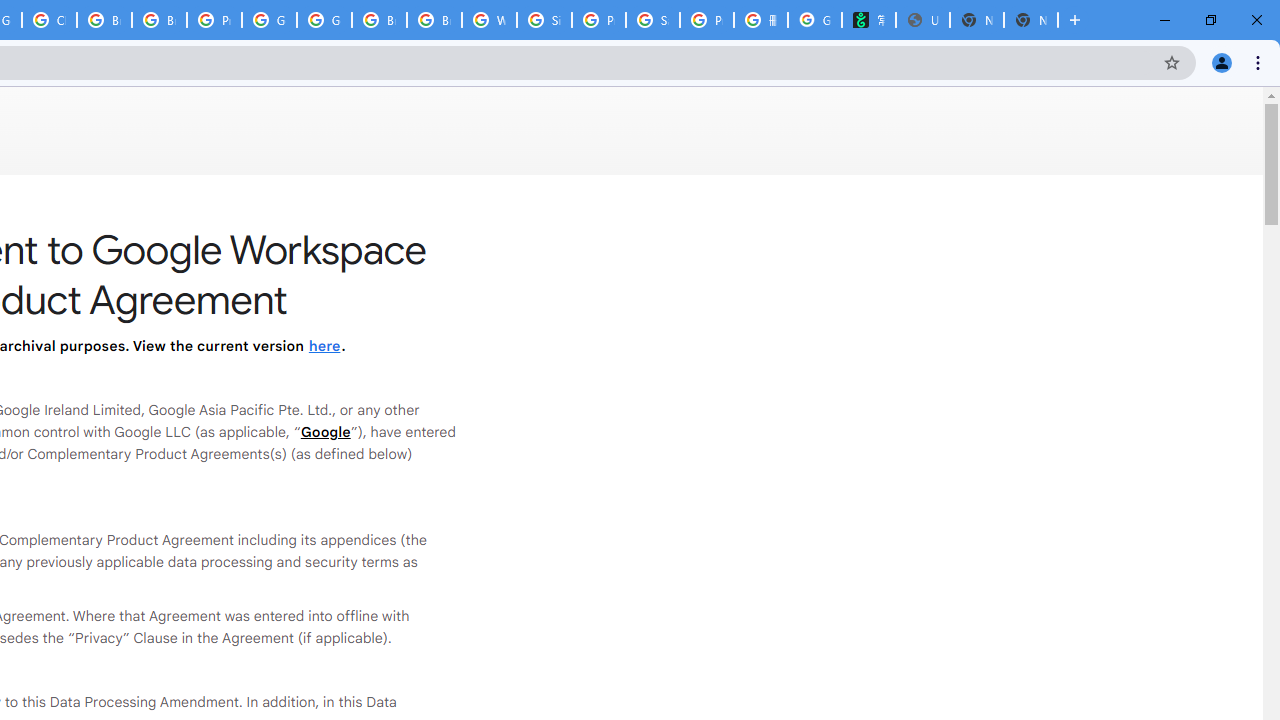 This screenshot has width=1280, height=720. Describe the element at coordinates (544, 20) in the screenshot. I see `'Sign in - Google Accounts'` at that location.